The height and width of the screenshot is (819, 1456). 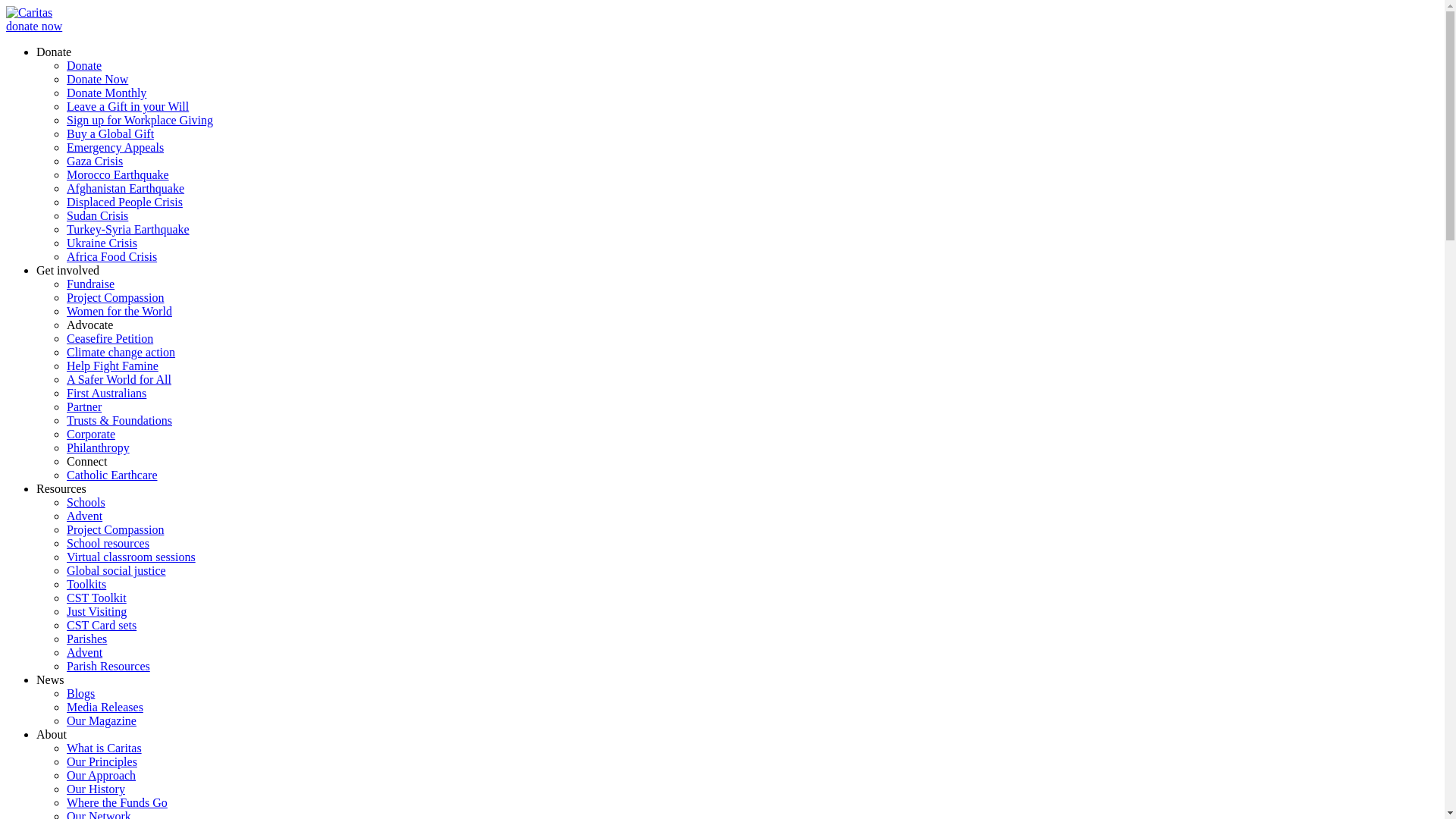 What do you see at coordinates (83, 651) in the screenshot?
I see `'Advent'` at bounding box center [83, 651].